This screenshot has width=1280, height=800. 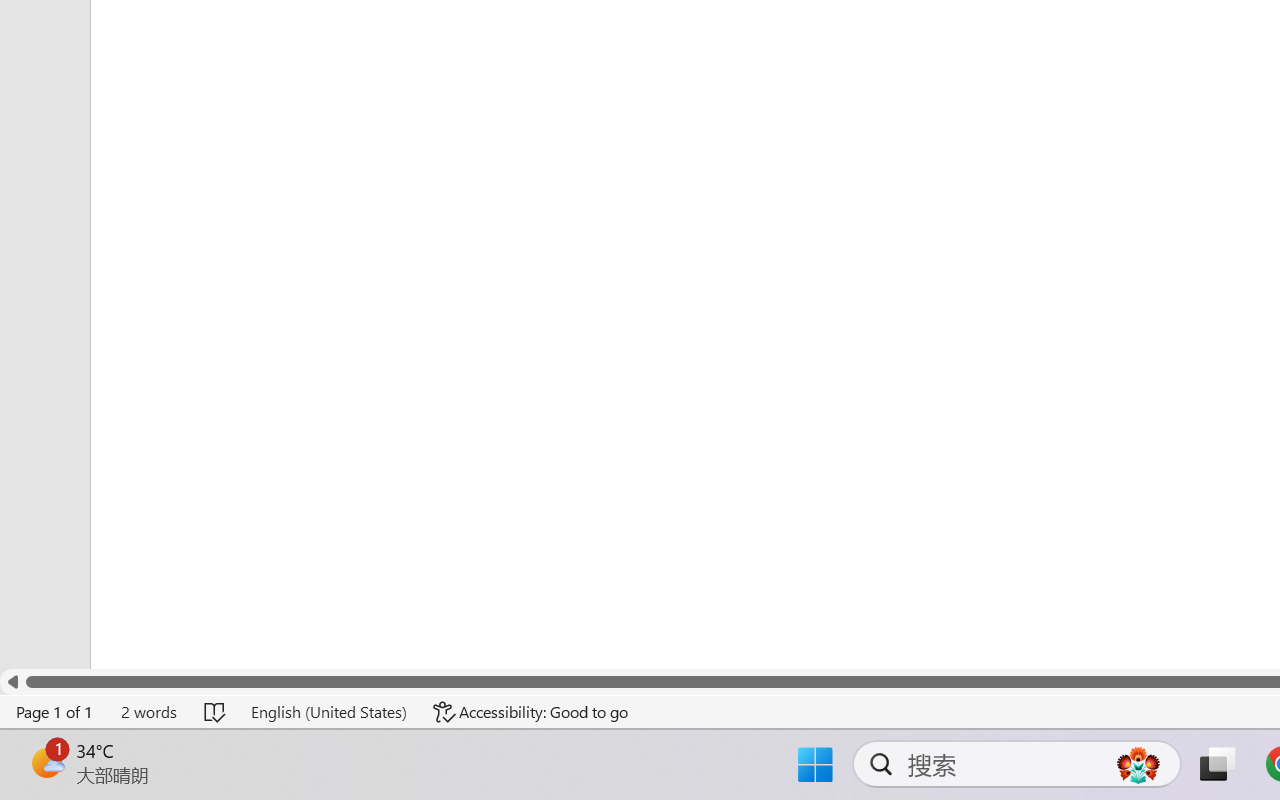 What do you see at coordinates (46, 762) in the screenshot?
I see `'AutomationID: BadgeAnchorLargeTicker'` at bounding box center [46, 762].